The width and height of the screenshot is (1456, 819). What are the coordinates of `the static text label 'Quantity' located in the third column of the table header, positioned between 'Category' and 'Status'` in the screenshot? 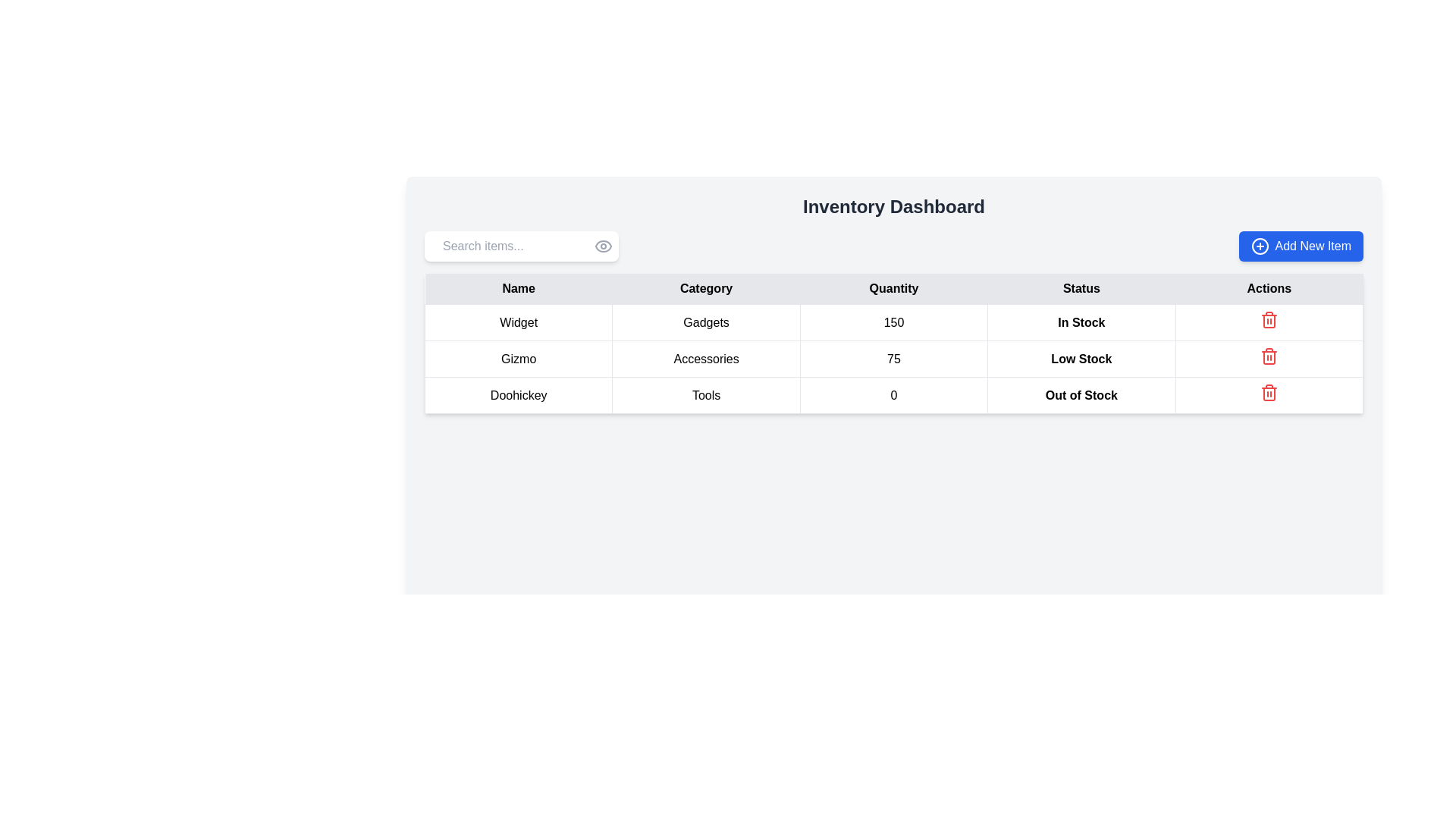 It's located at (894, 289).